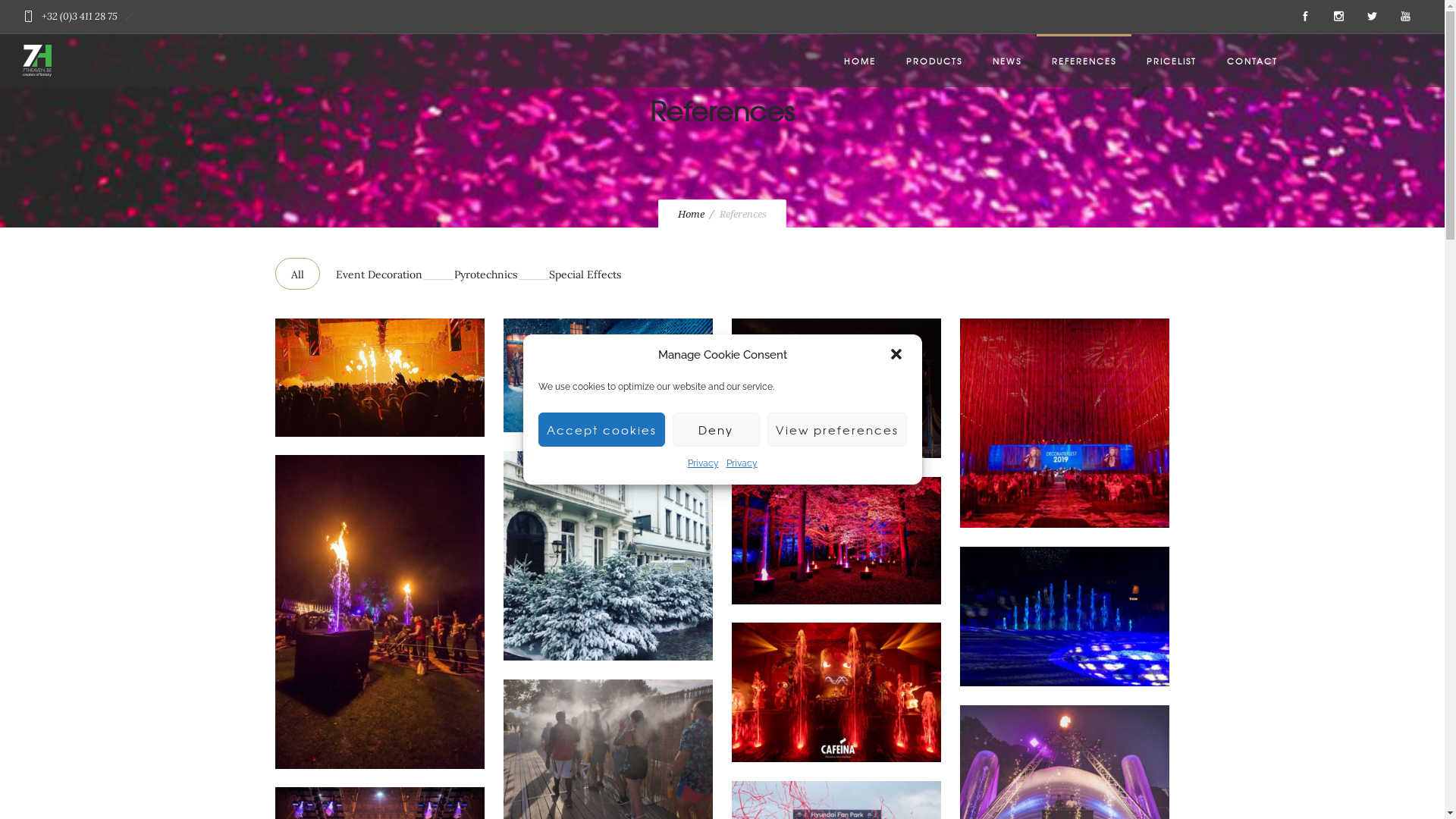 This screenshot has height=819, width=1456. Describe the element at coordinates (485, 274) in the screenshot. I see `'Pyrotechnics'` at that location.